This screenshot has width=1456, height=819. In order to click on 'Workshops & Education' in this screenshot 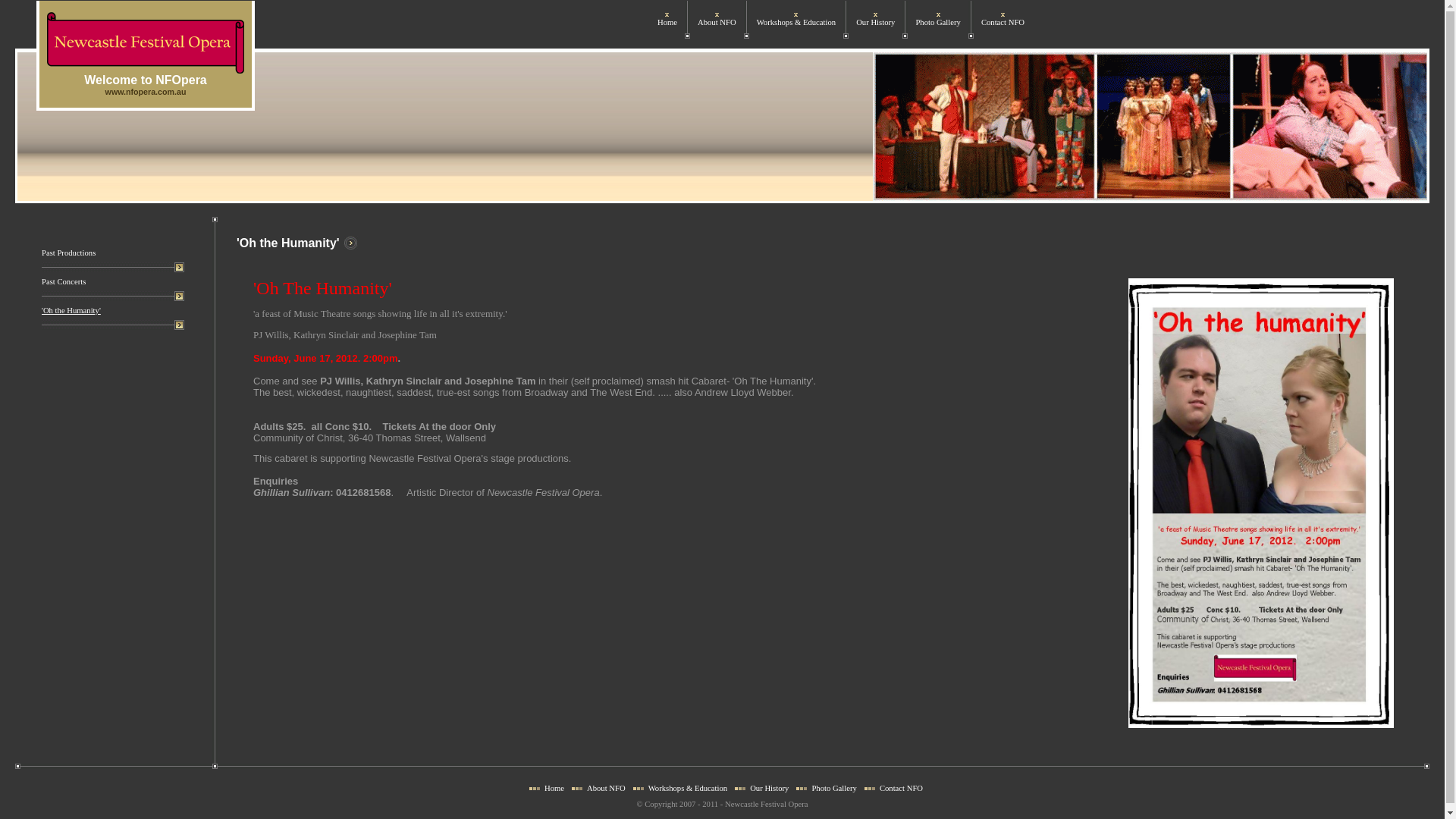, I will do `click(795, 23)`.